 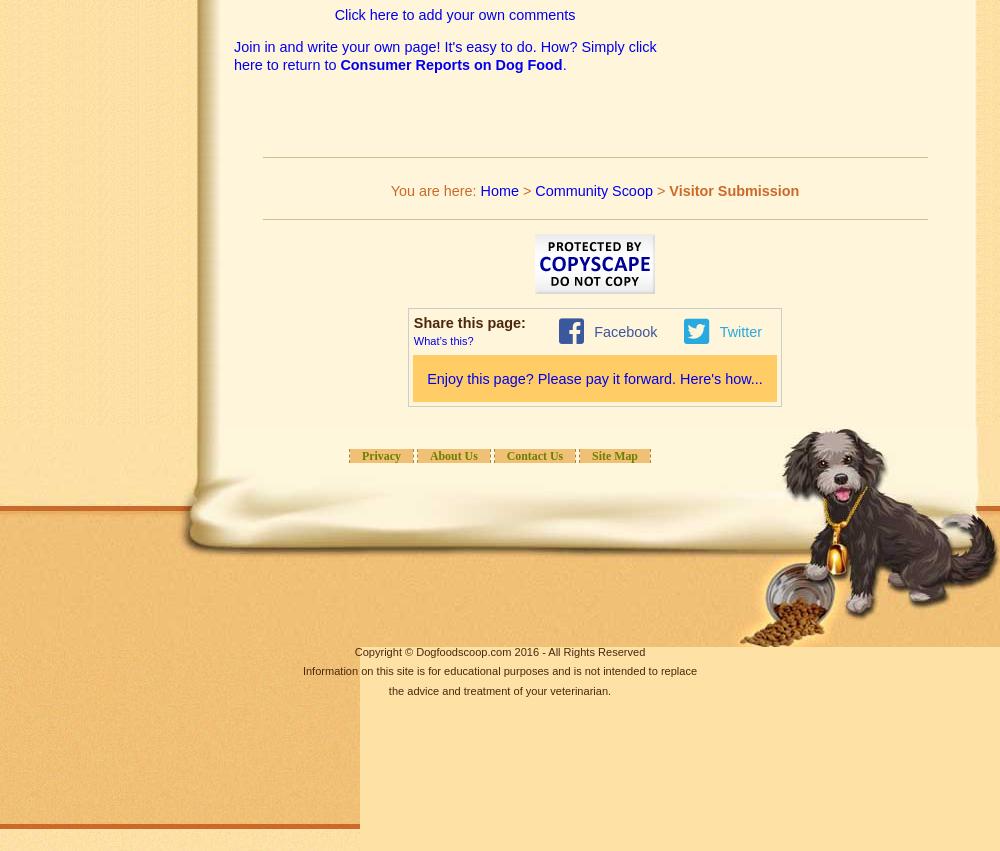 What do you see at coordinates (453, 13) in the screenshot?
I see `'Click here to add your own comments'` at bounding box center [453, 13].